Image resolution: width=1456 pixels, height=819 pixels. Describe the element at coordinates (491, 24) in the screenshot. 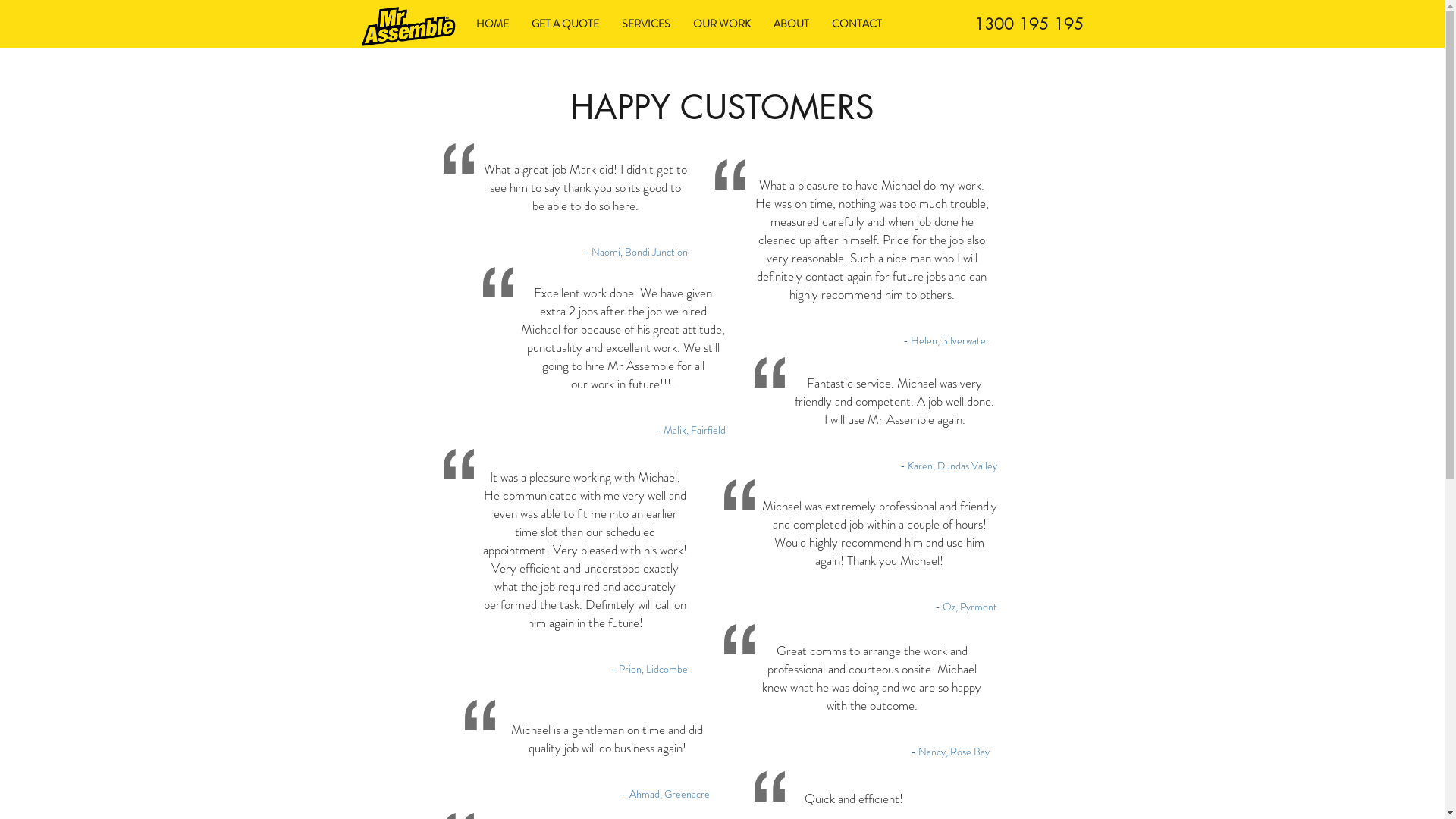

I see `'HOME'` at that location.